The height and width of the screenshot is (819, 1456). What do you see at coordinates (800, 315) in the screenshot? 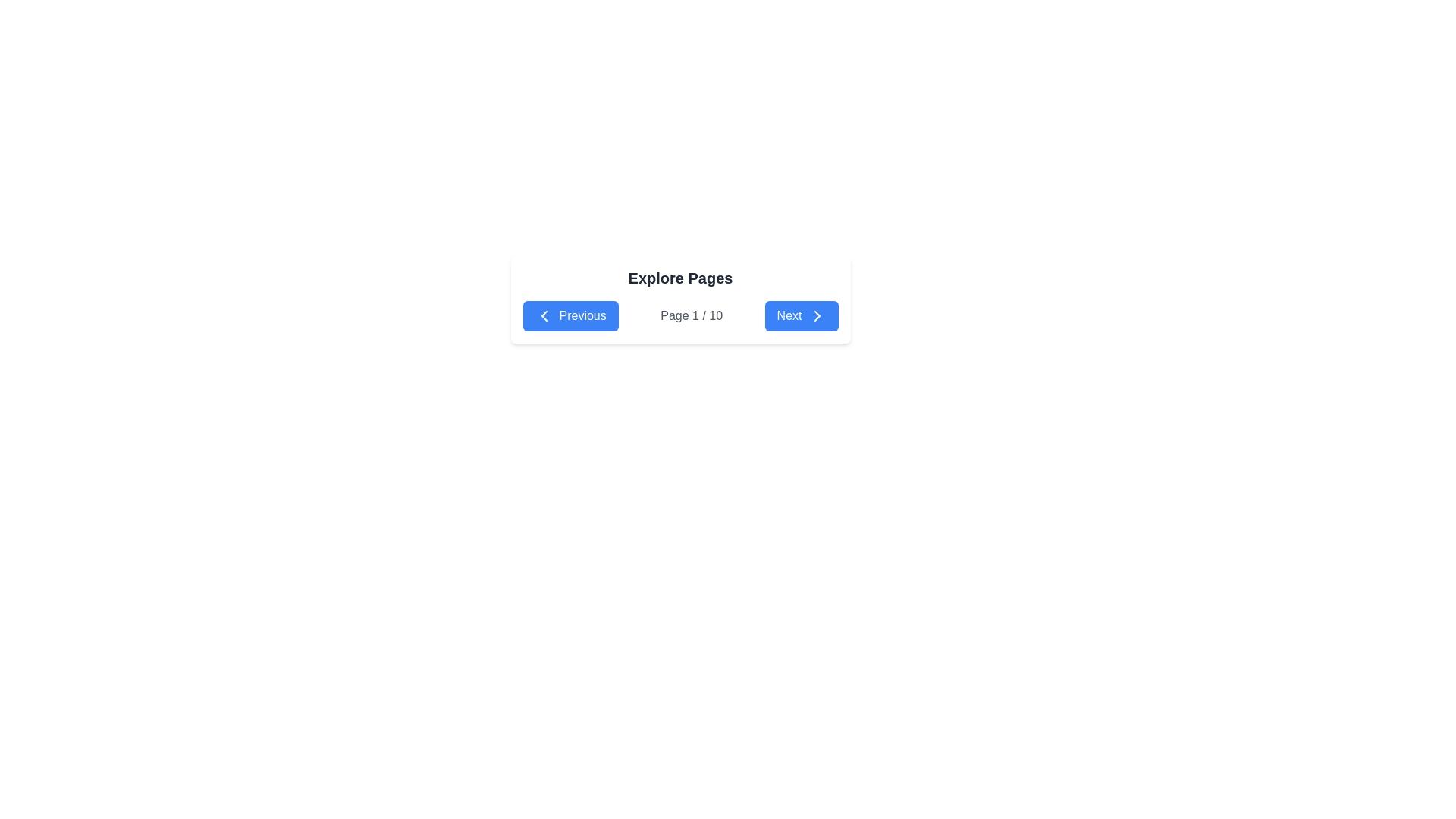
I see `the blue 'Next' button with white text and an arrow icon, located at the rightmost position of the navigation bar` at bounding box center [800, 315].